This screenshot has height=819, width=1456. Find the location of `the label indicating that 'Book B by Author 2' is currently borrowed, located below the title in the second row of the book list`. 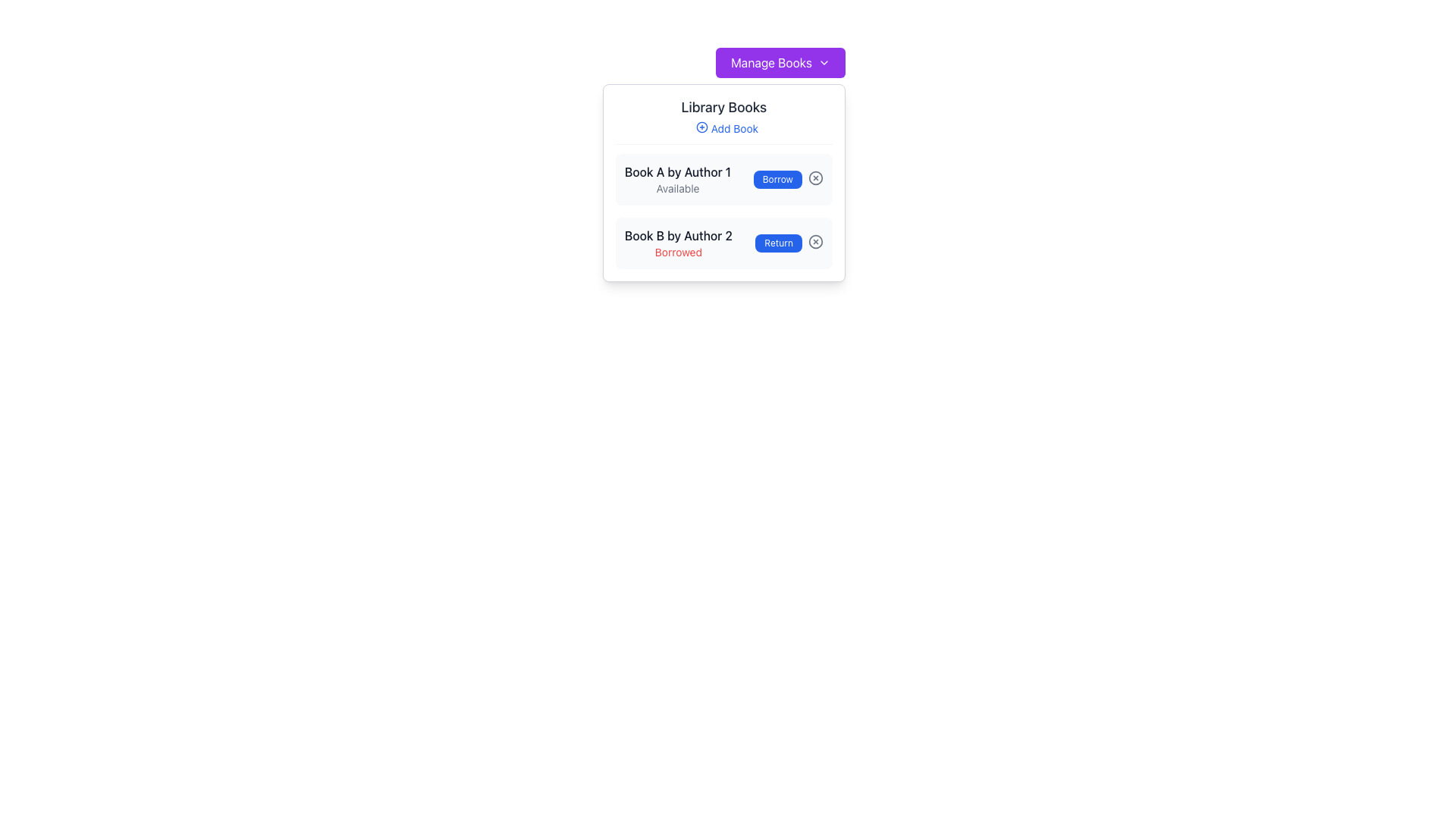

the label indicating that 'Book B by Author 2' is currently borrowed, located below the title in the second row of the book list is located at coordinates (677, 251).